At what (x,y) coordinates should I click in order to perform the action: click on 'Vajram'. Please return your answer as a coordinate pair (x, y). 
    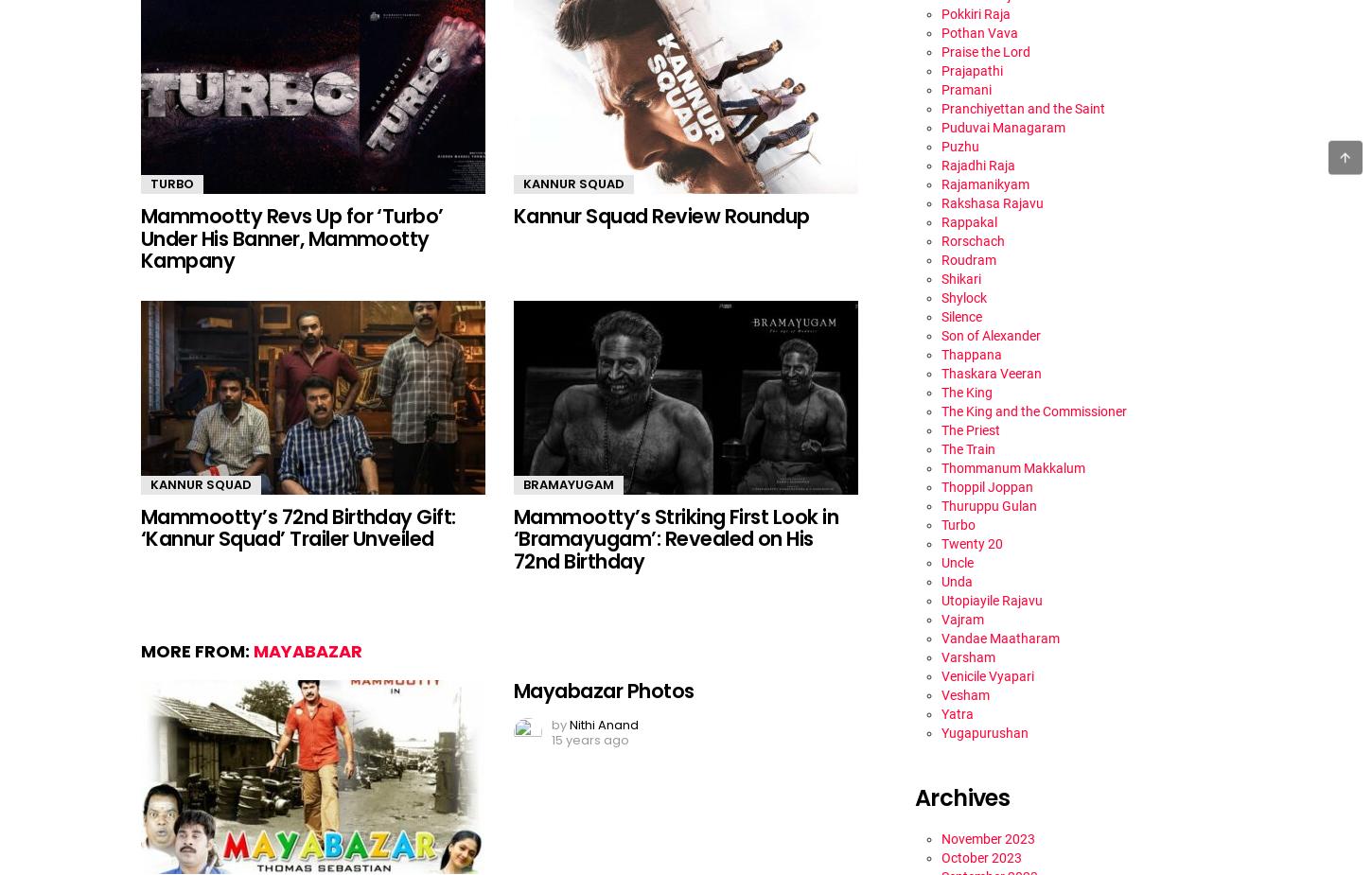
    Looking at the image, I should click on (962, 618).